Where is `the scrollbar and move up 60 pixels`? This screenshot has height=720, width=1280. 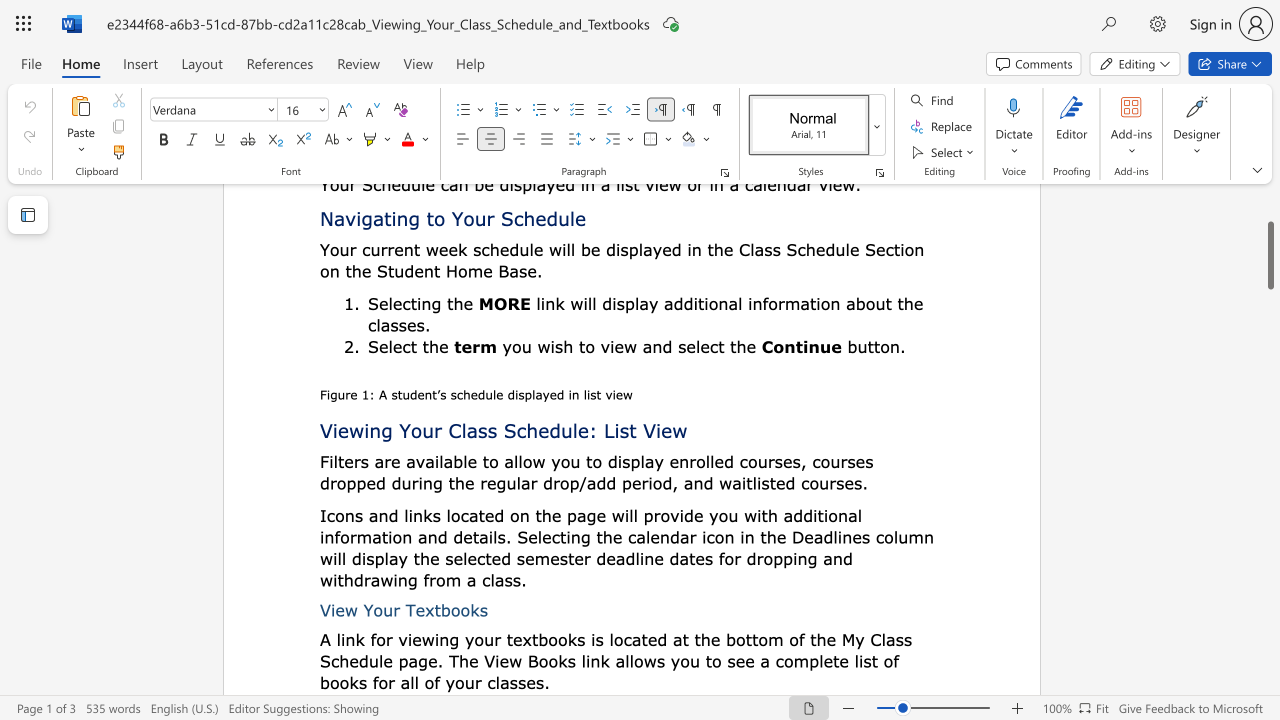
the scrollbar and move up 60 pixels is located at coordinates (1269, 254).